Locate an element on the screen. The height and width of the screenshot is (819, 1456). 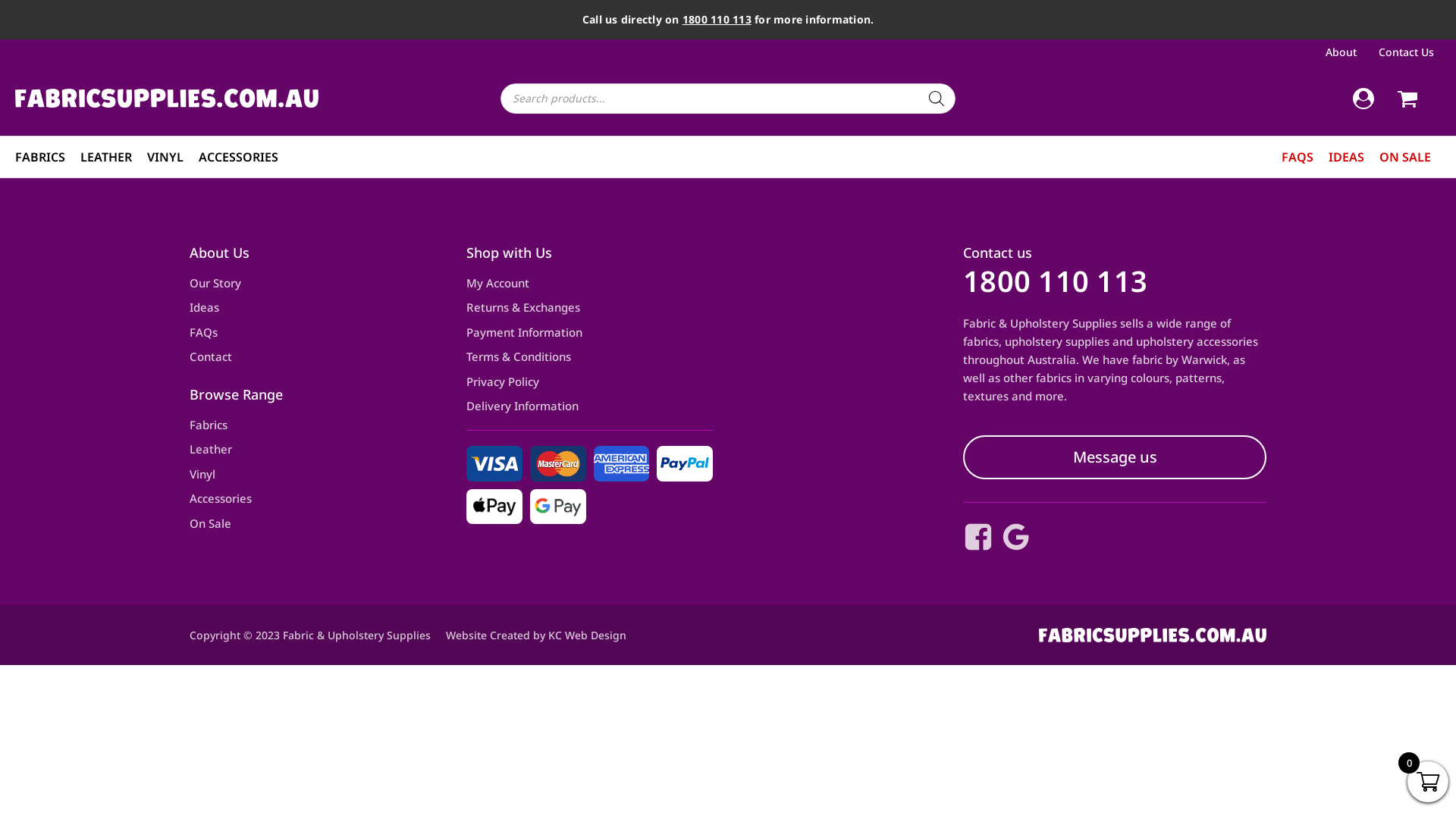
'Delivery Information' is located at coordinates (522, 405).